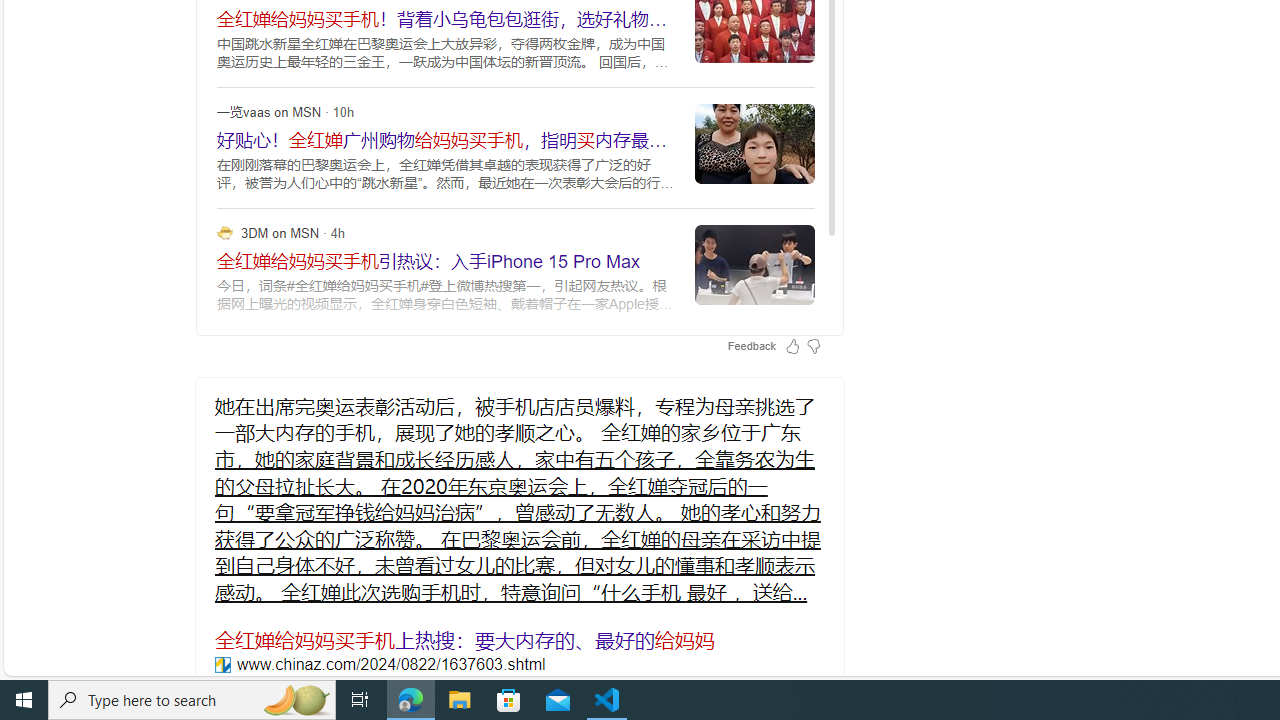  What do you see at coordinates (225, 231) in the screenshot?
I see `'3DM on MSN'` at bounding box center [225, 231].